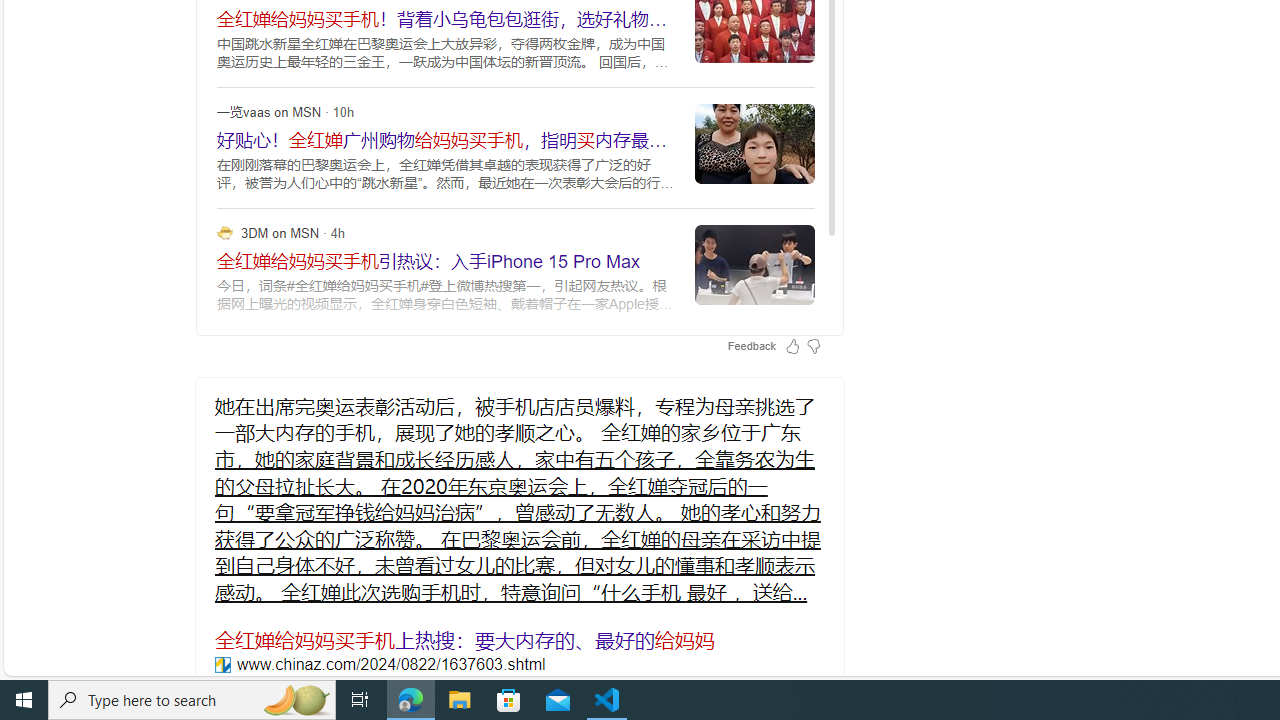  What do you see at coordinates (225, 231) in the screenshot?
I see `'3DM on MSN'` at bounding box center [225, 231].